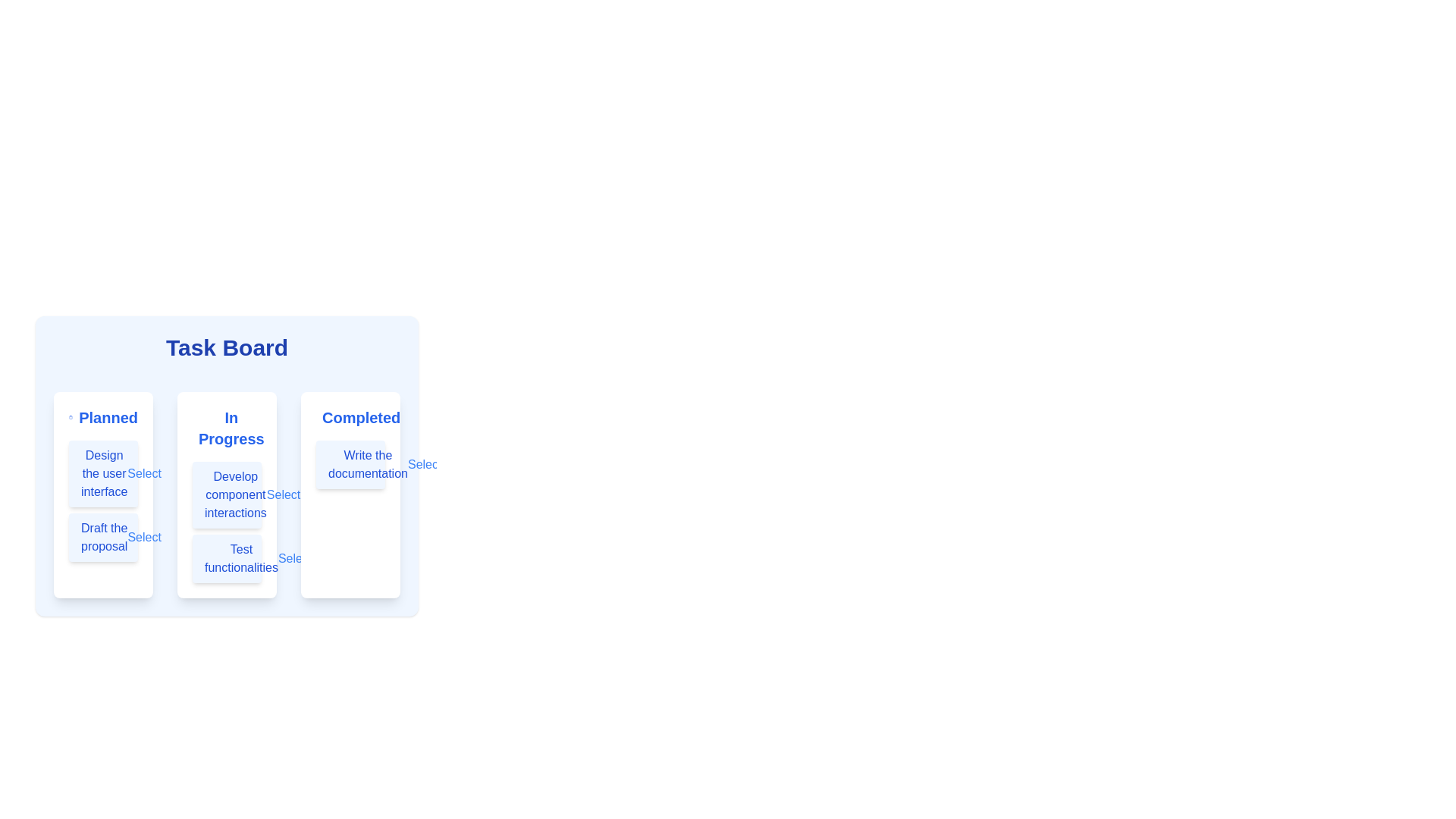 The height and width of the screenshot is (819, 1456). Describe the element at coordinates (284, 494) in the screenshot. I see `the 'Select' button, which is styled with blue color and located in the 'In Progress' column beside 'Develop component interactions'` at that location.